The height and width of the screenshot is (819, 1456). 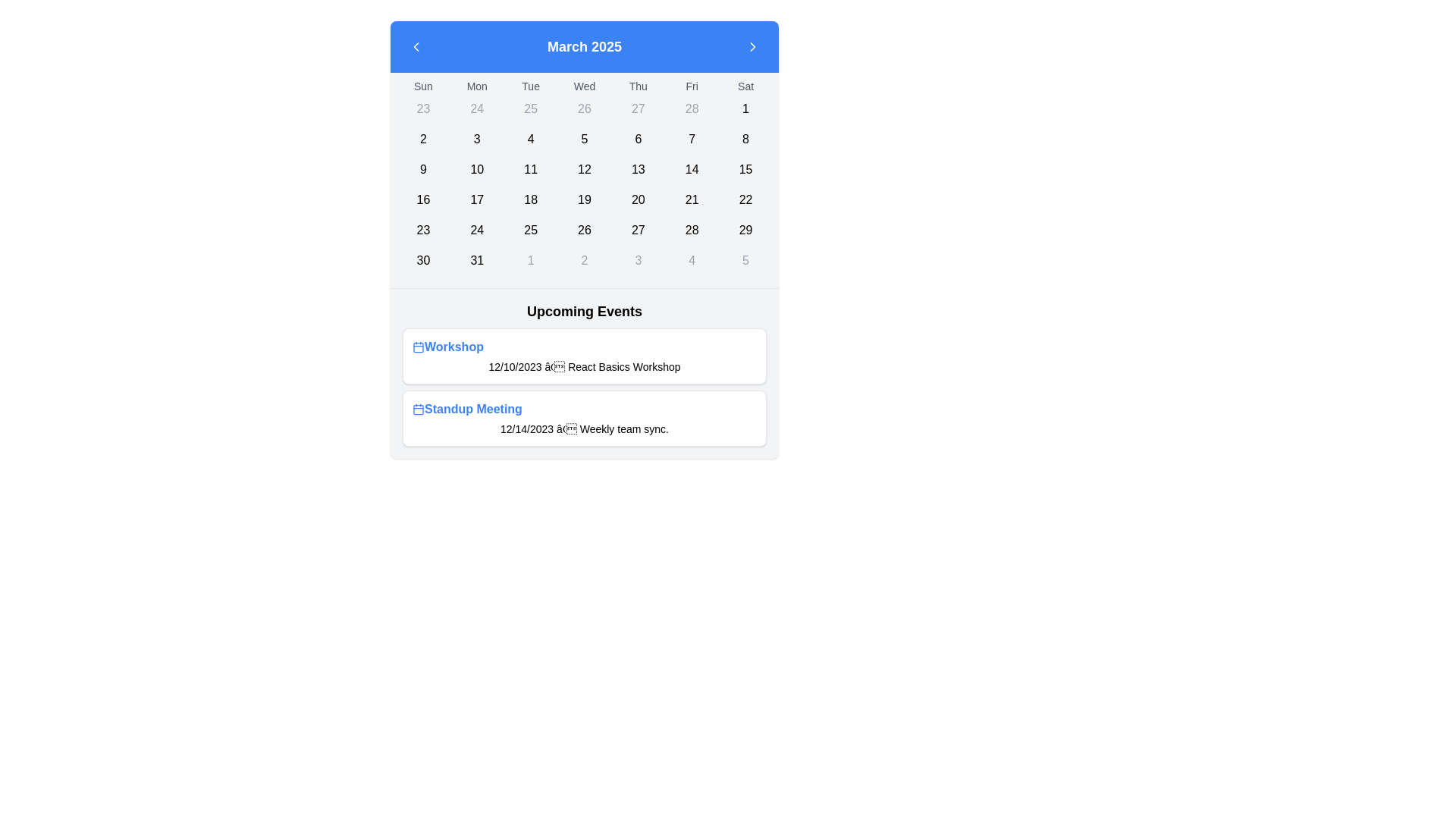 What do you see at coordinates (531, 199) in the screenshot?
I see `the calendar date cell displaying the number '18'` at bounding box center [531, 199].